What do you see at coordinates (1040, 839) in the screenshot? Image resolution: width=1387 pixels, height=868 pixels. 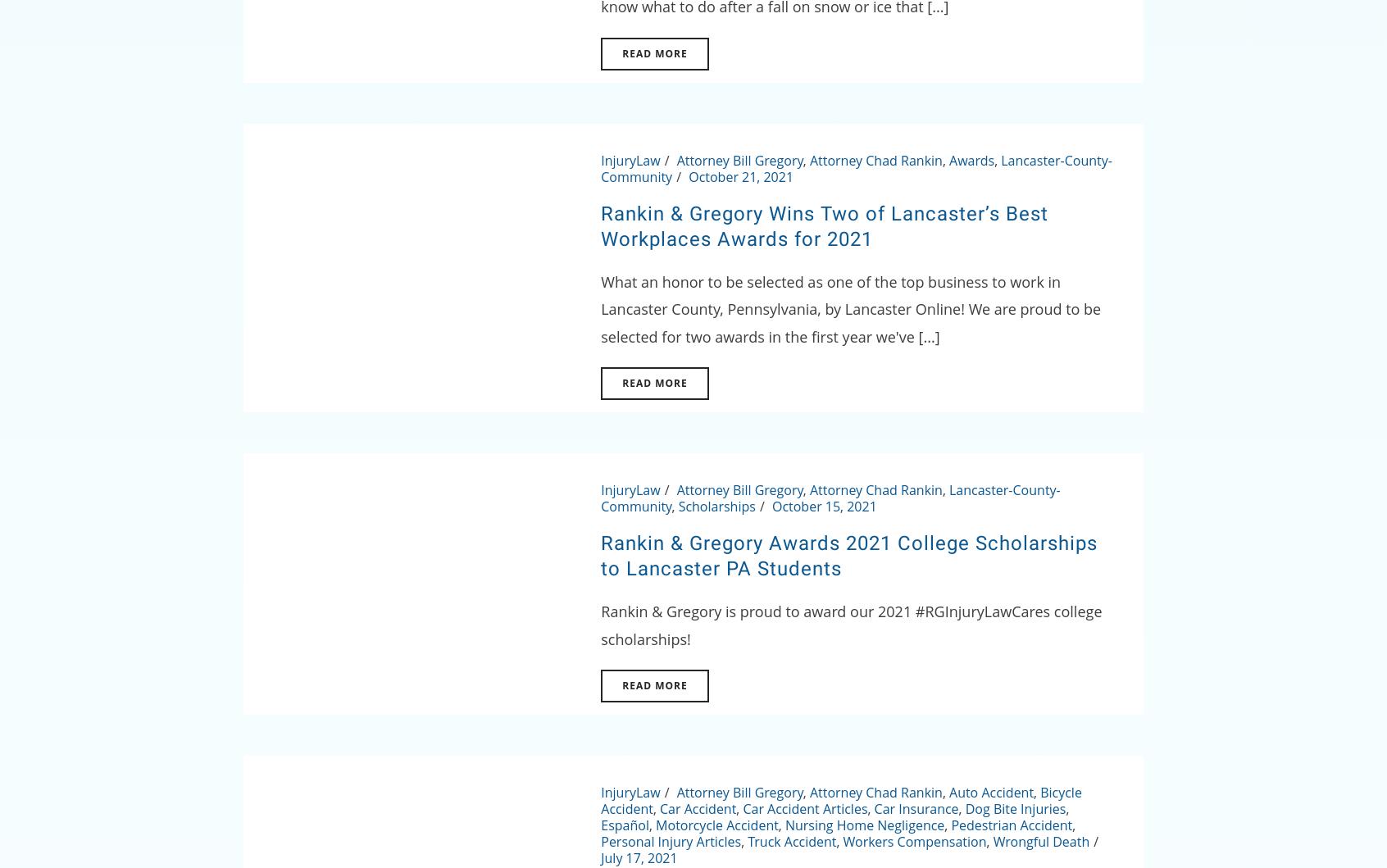 I see `'Wrongful Death'` at bounding box center [1040, 839].